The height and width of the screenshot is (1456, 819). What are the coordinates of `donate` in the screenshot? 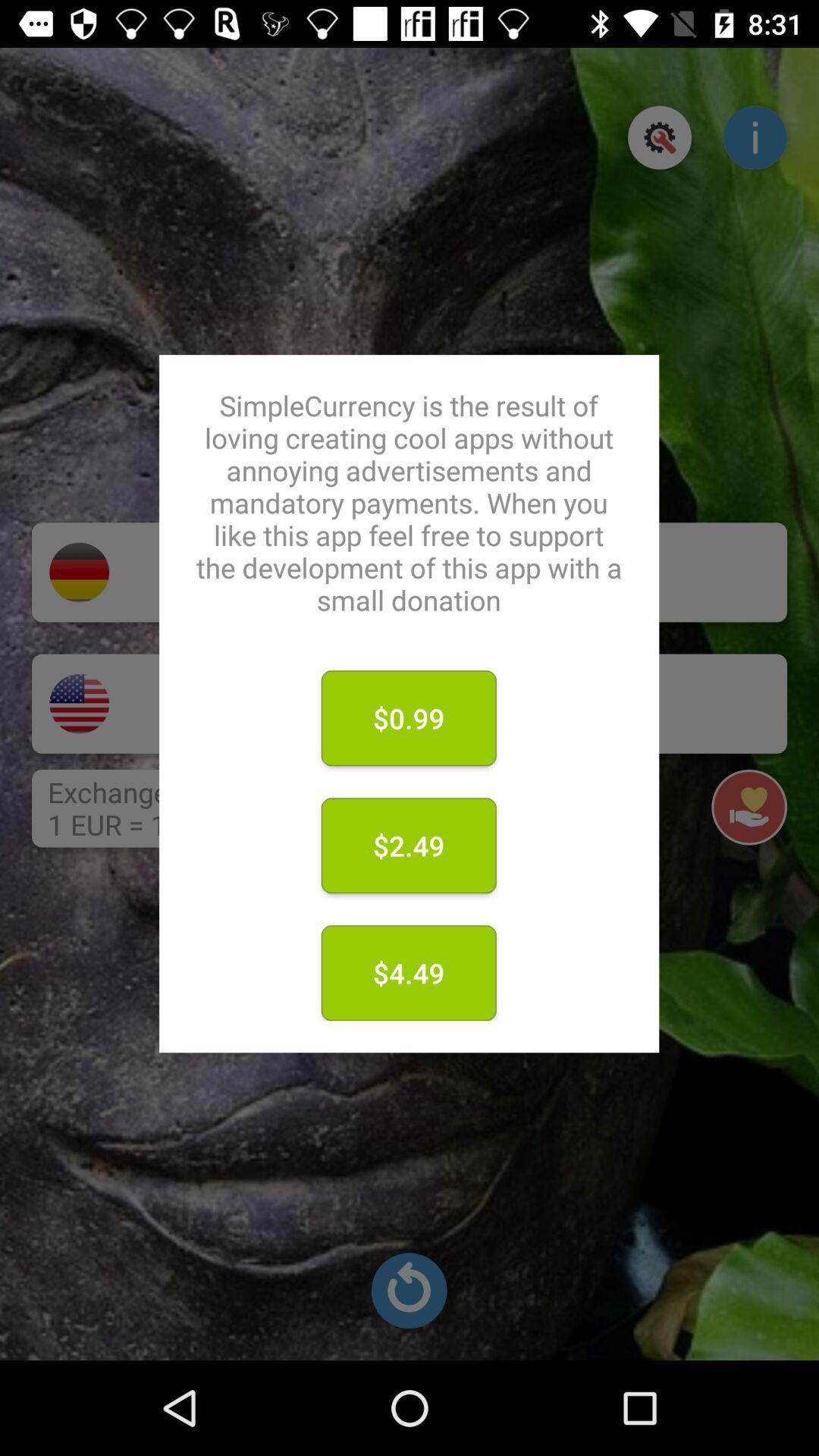 It's located at (443, 702).